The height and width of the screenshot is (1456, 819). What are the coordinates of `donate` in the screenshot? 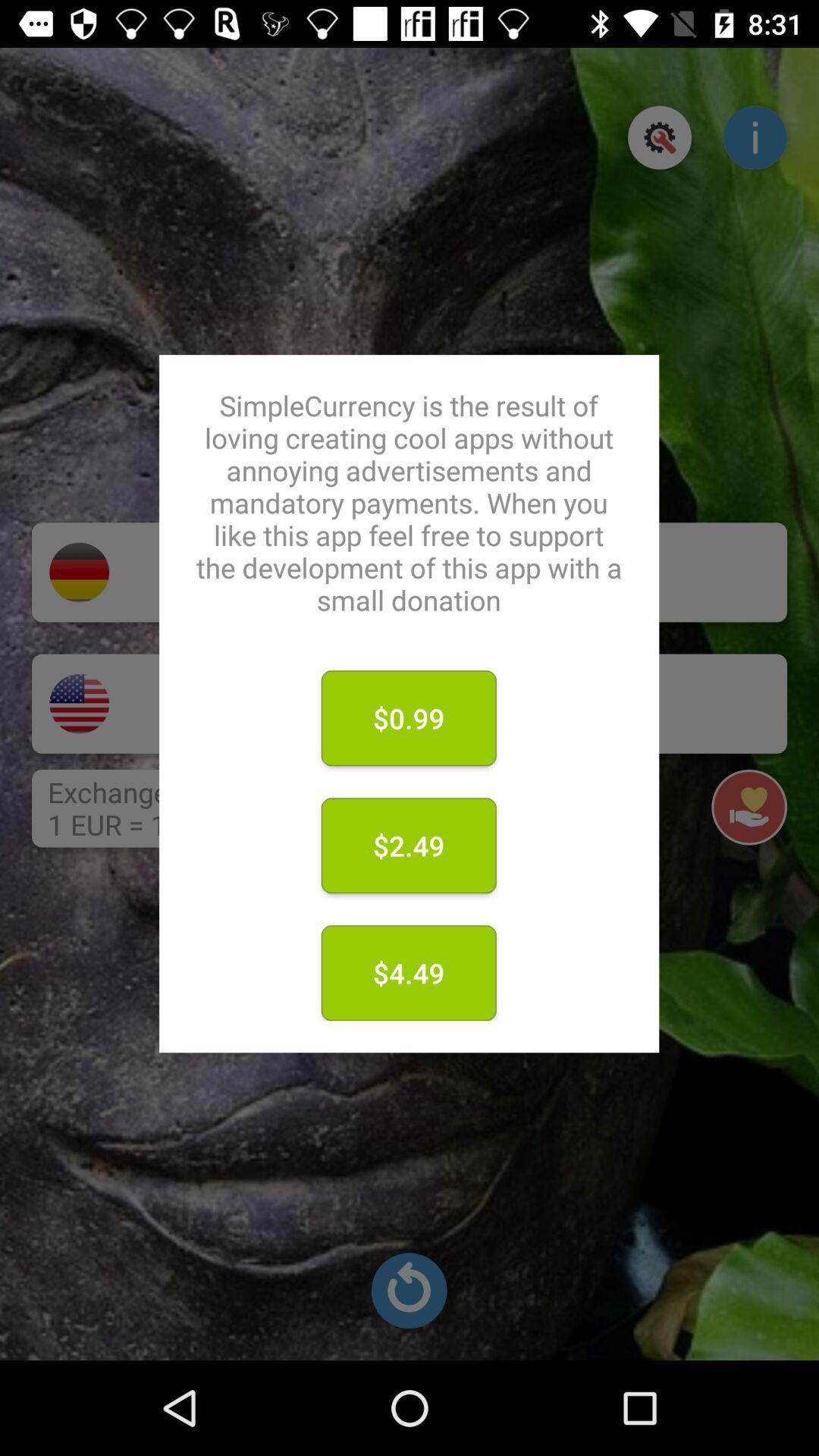 It's located at (443, 702).